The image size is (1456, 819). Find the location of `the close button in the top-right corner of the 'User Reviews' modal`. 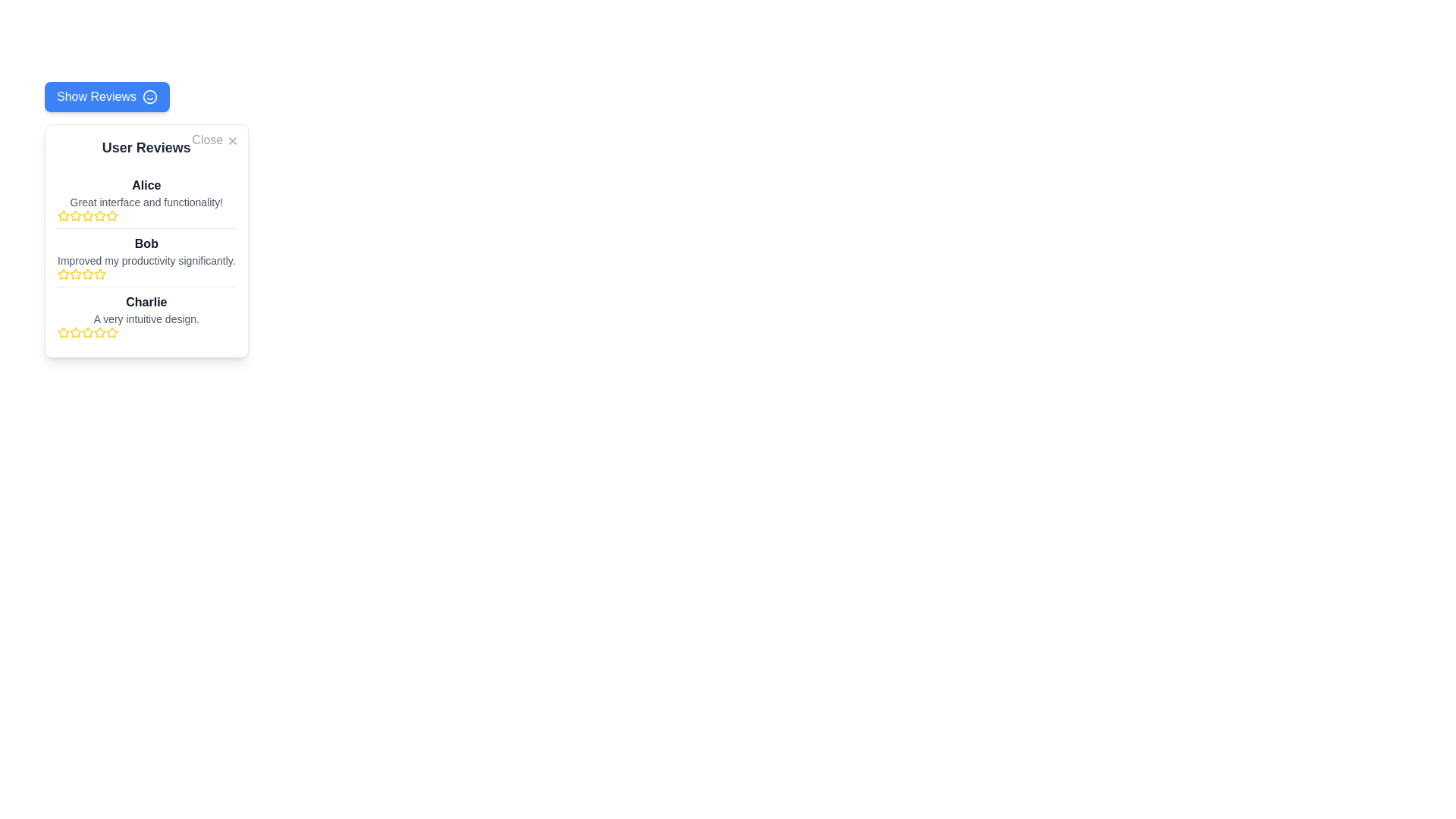

the close button in the top-right corner of the 'User Reviews' modal is located at coordinates (214, 140).